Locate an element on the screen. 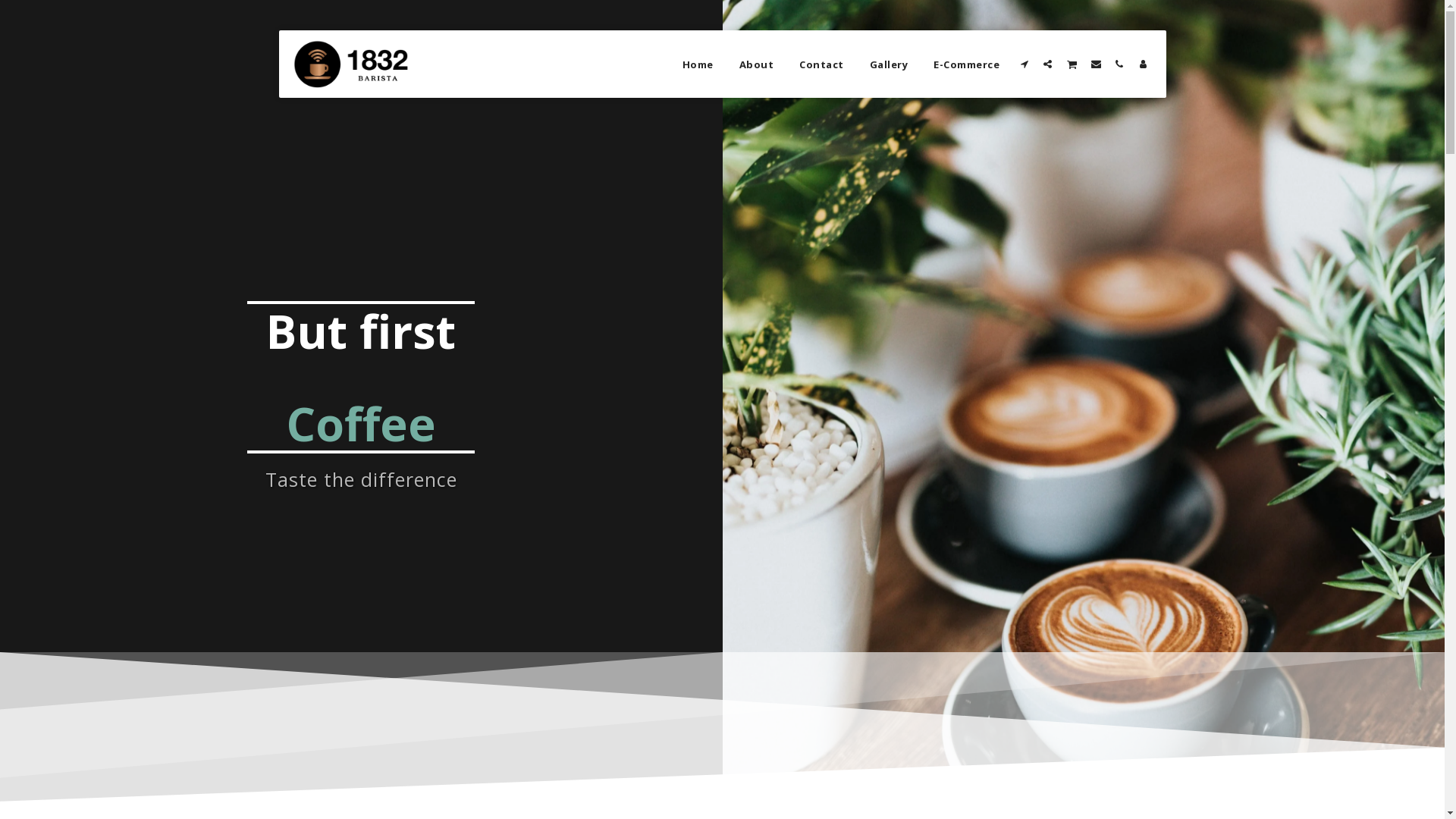  'E-Commerce' is located at coordinates (965, 63).